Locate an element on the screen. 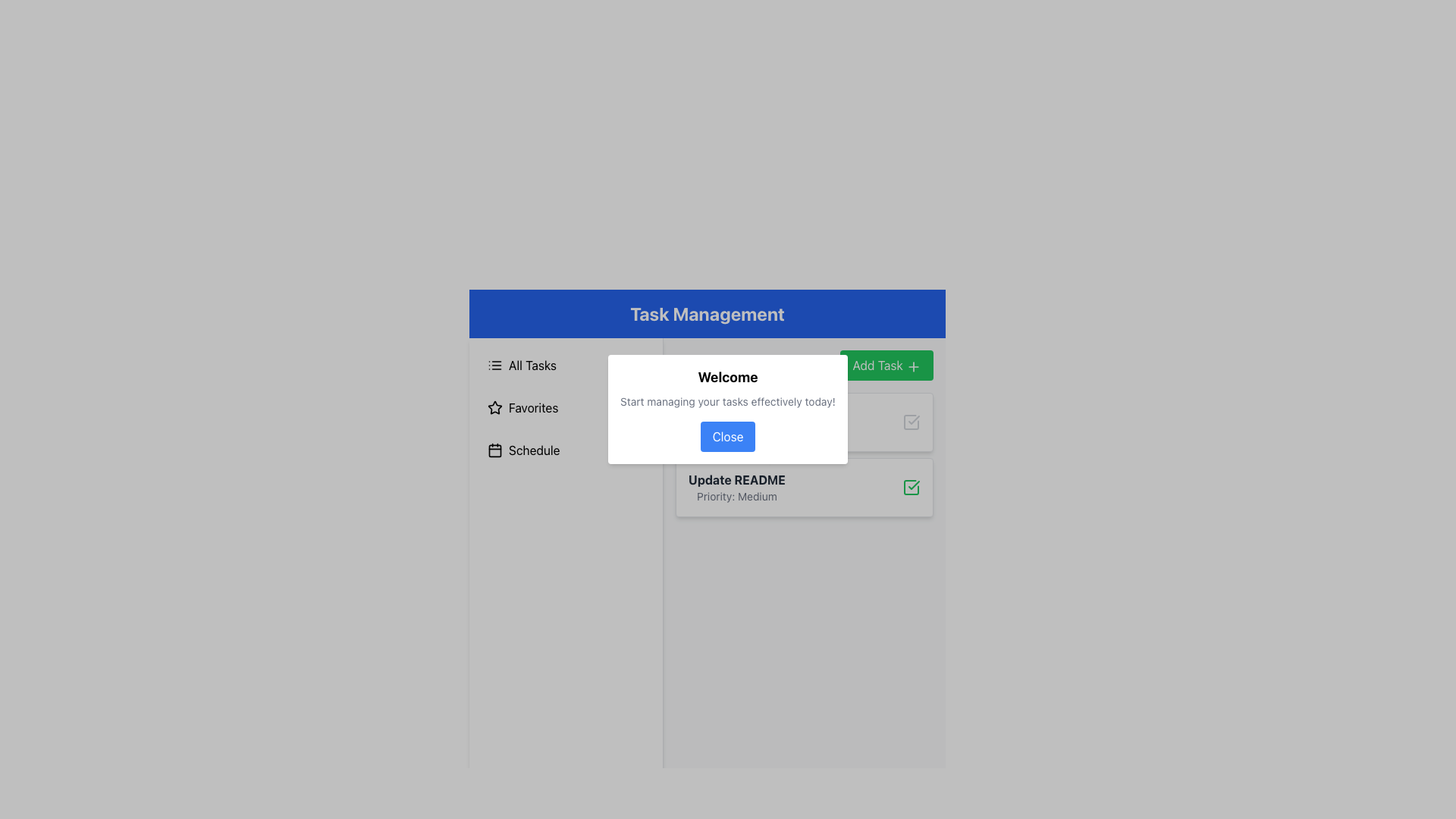 The image size is (1456, 819). the 'Close' button, which is a rounded button with white text on a blue background, located in the bottom center of the modal dialog box is located at coordinates (728, 436).